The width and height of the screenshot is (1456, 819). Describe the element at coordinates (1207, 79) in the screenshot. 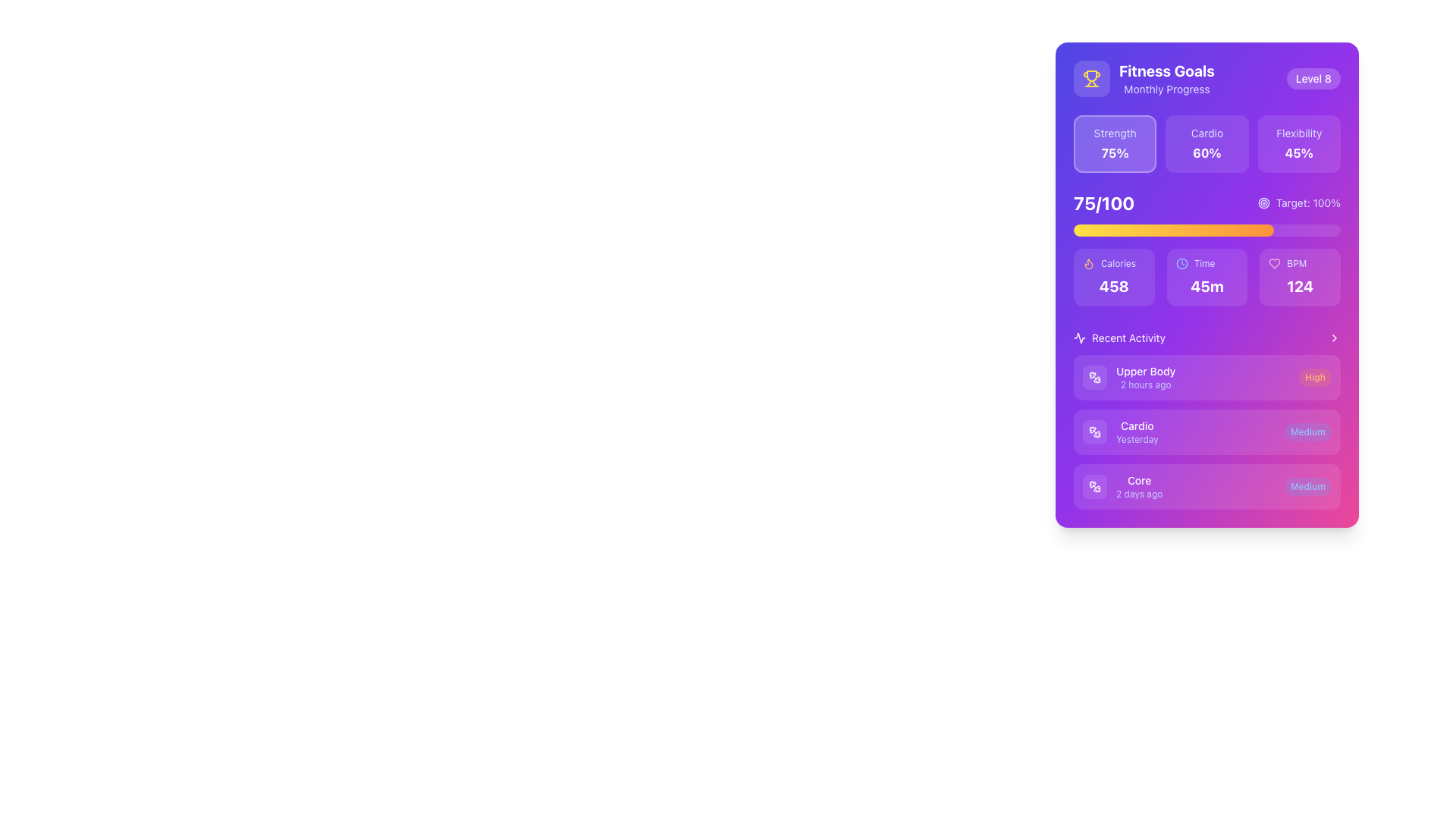

I see `displayed information from the Fitness Goals header section which includes the title, subtitle, and associated icons, located at the top of the card component` at that location.